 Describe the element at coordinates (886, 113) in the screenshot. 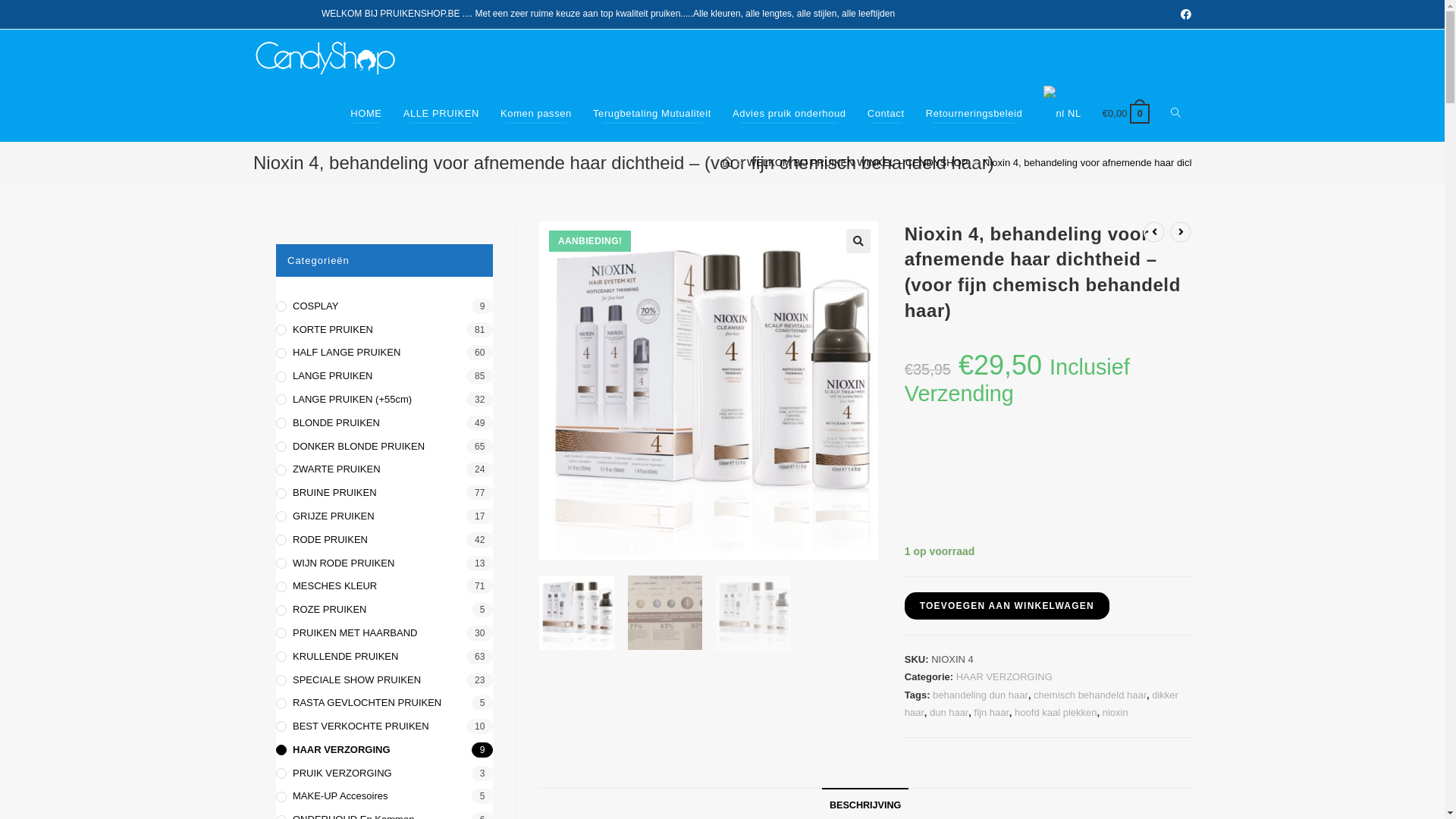

I see `'Contact'` at that location.